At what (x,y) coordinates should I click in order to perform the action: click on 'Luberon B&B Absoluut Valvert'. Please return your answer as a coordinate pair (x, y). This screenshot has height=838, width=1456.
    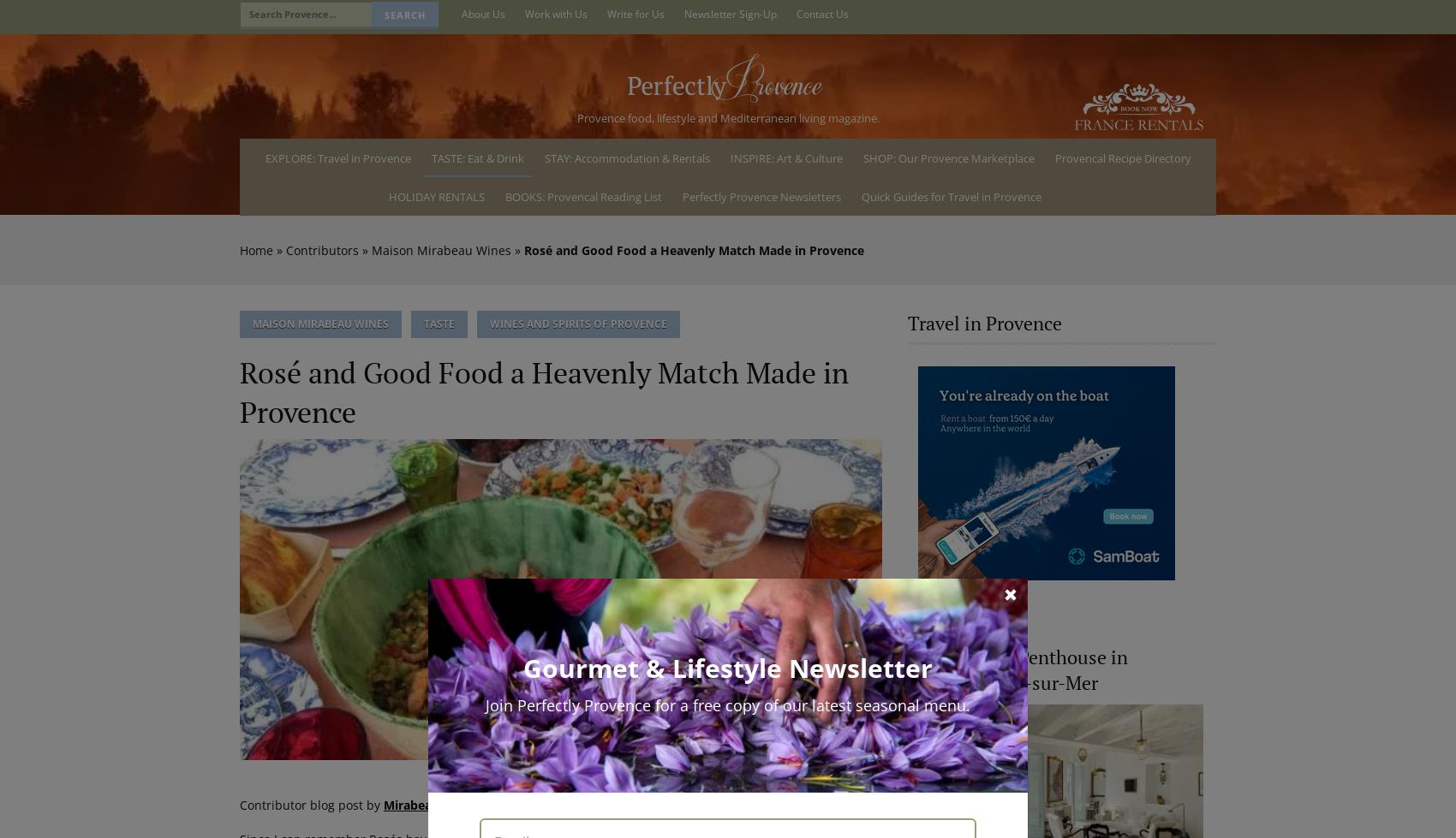
    Looking at the image, I should click on (612, 656).